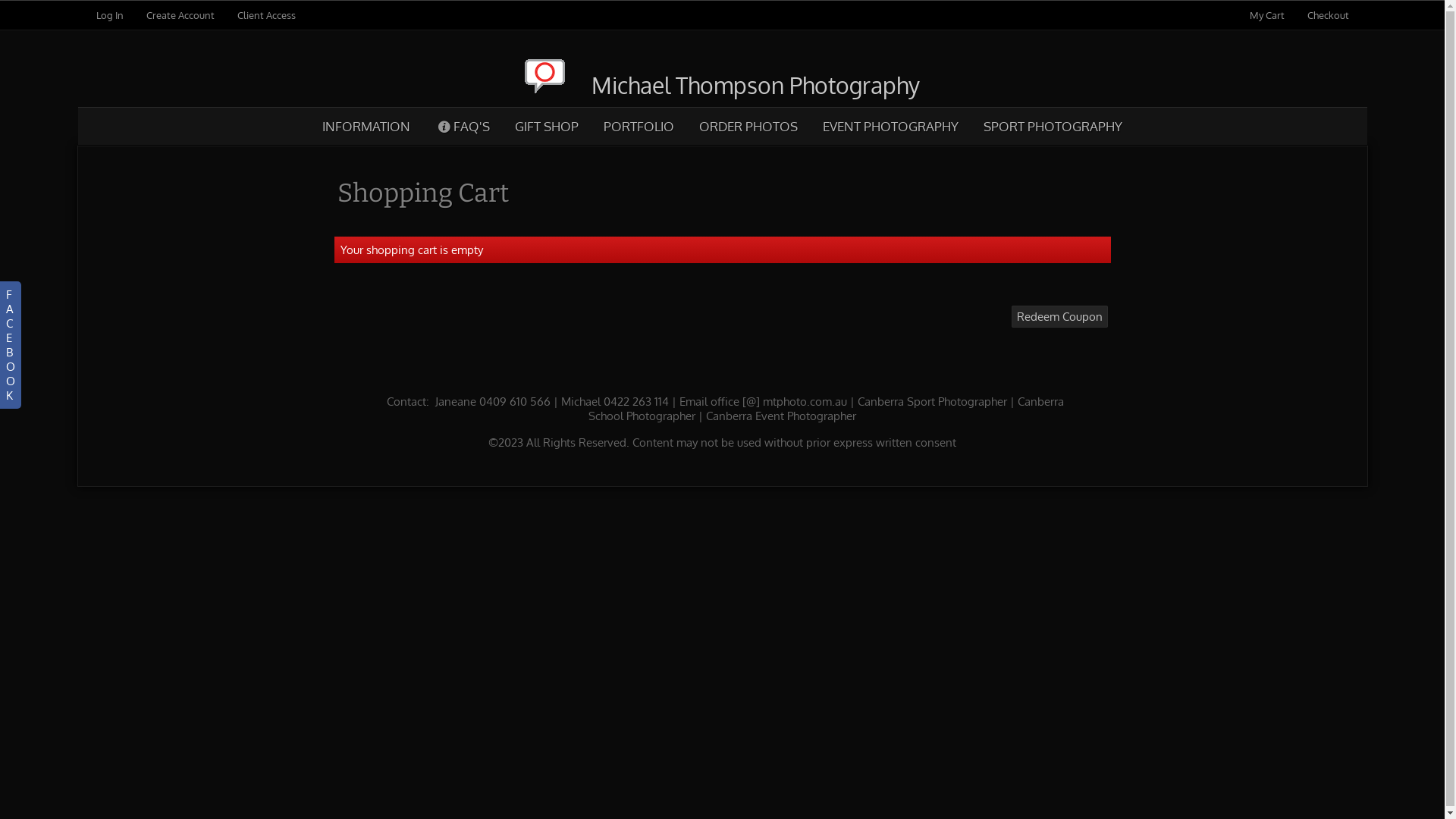 Image resolution: width=1456 pixels, height=819 pixels. What do you see at coordinates (265, 14) in the screenshot?
I see `'Client Access'` at bounding box center [265, 14].